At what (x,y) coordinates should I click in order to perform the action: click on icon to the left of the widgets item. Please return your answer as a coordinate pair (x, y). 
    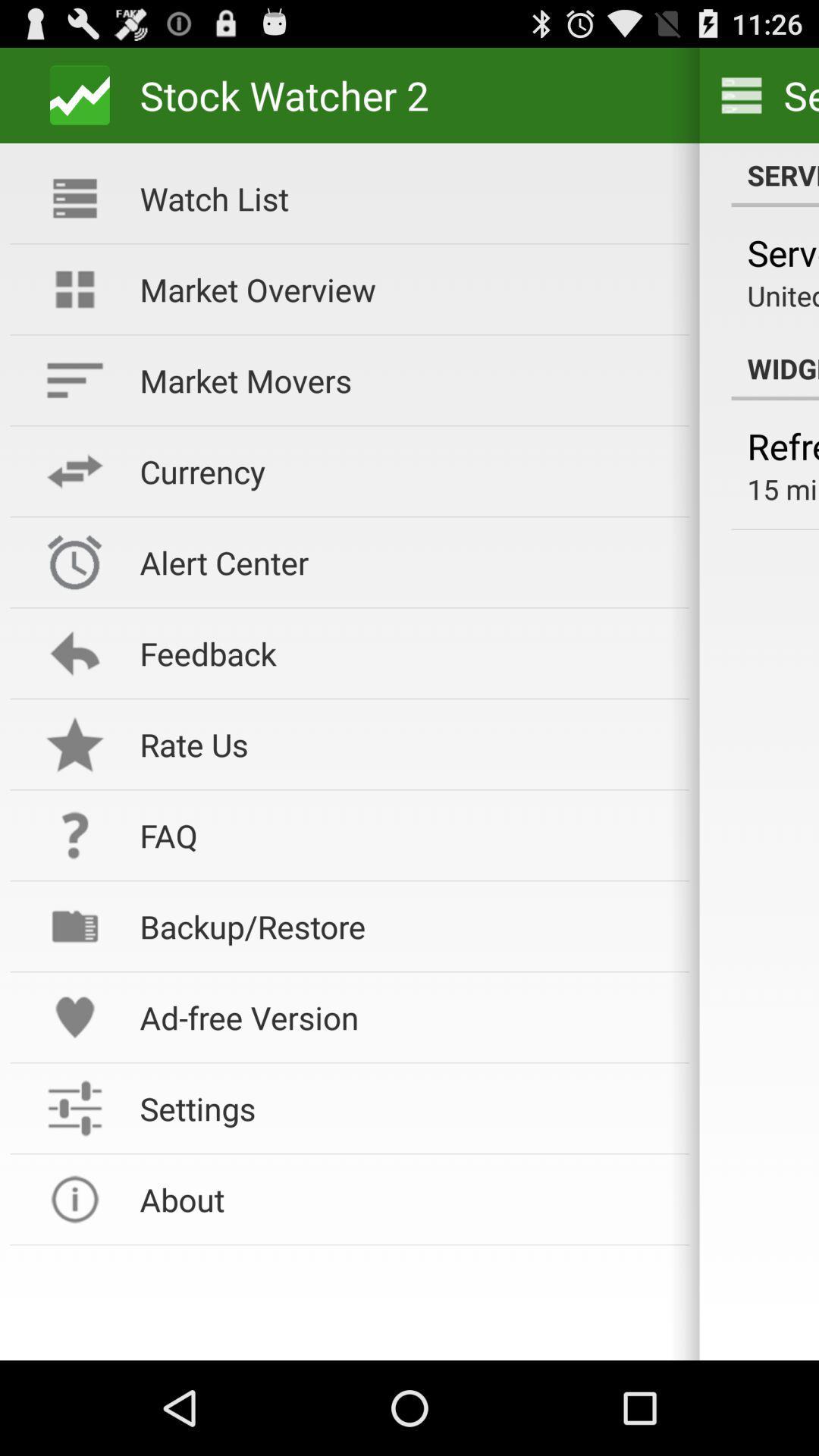
    Looking at the image, I should click on (403, 380).